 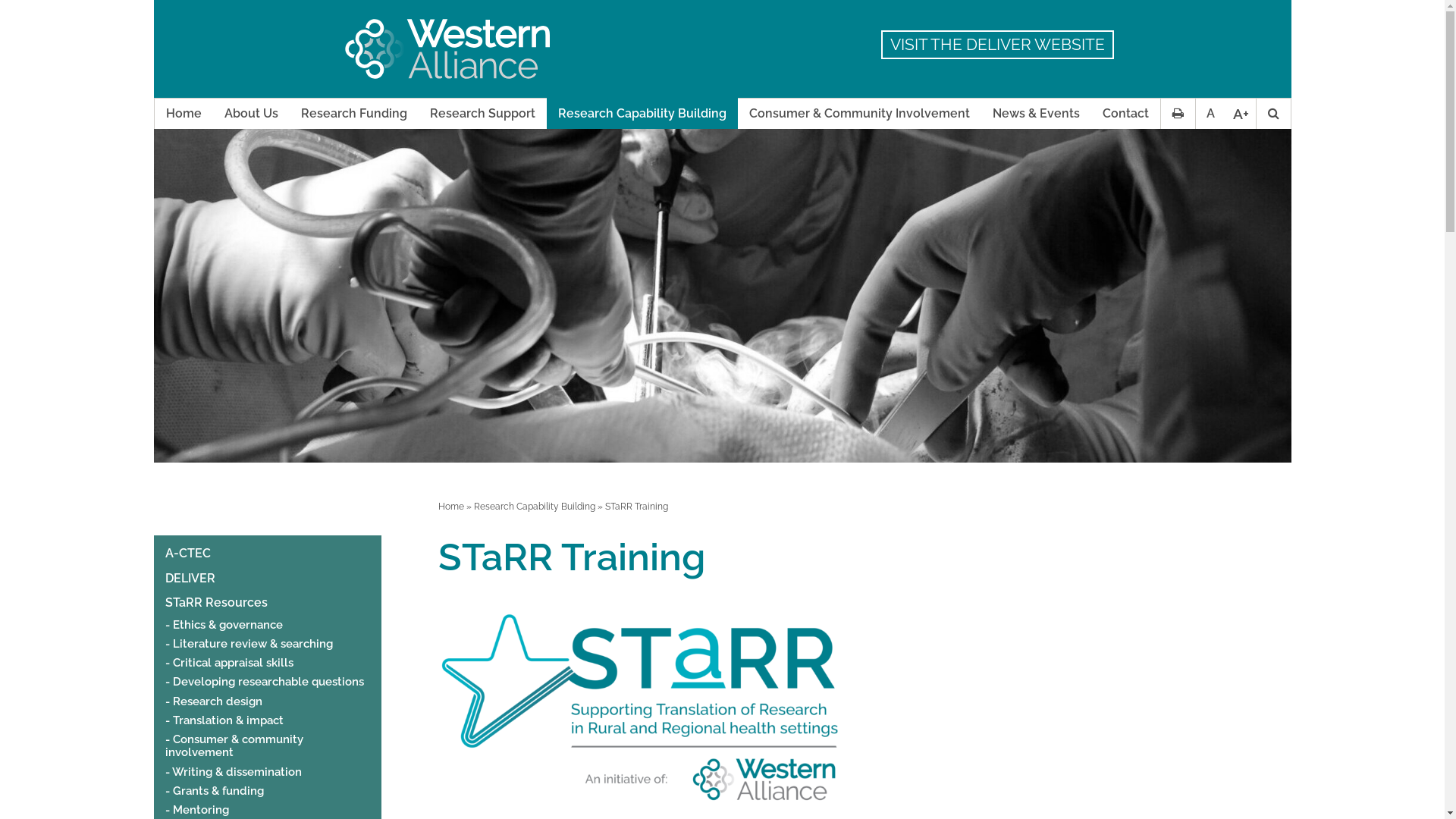 I want to click on 'A', so click(x=1210, y=113).